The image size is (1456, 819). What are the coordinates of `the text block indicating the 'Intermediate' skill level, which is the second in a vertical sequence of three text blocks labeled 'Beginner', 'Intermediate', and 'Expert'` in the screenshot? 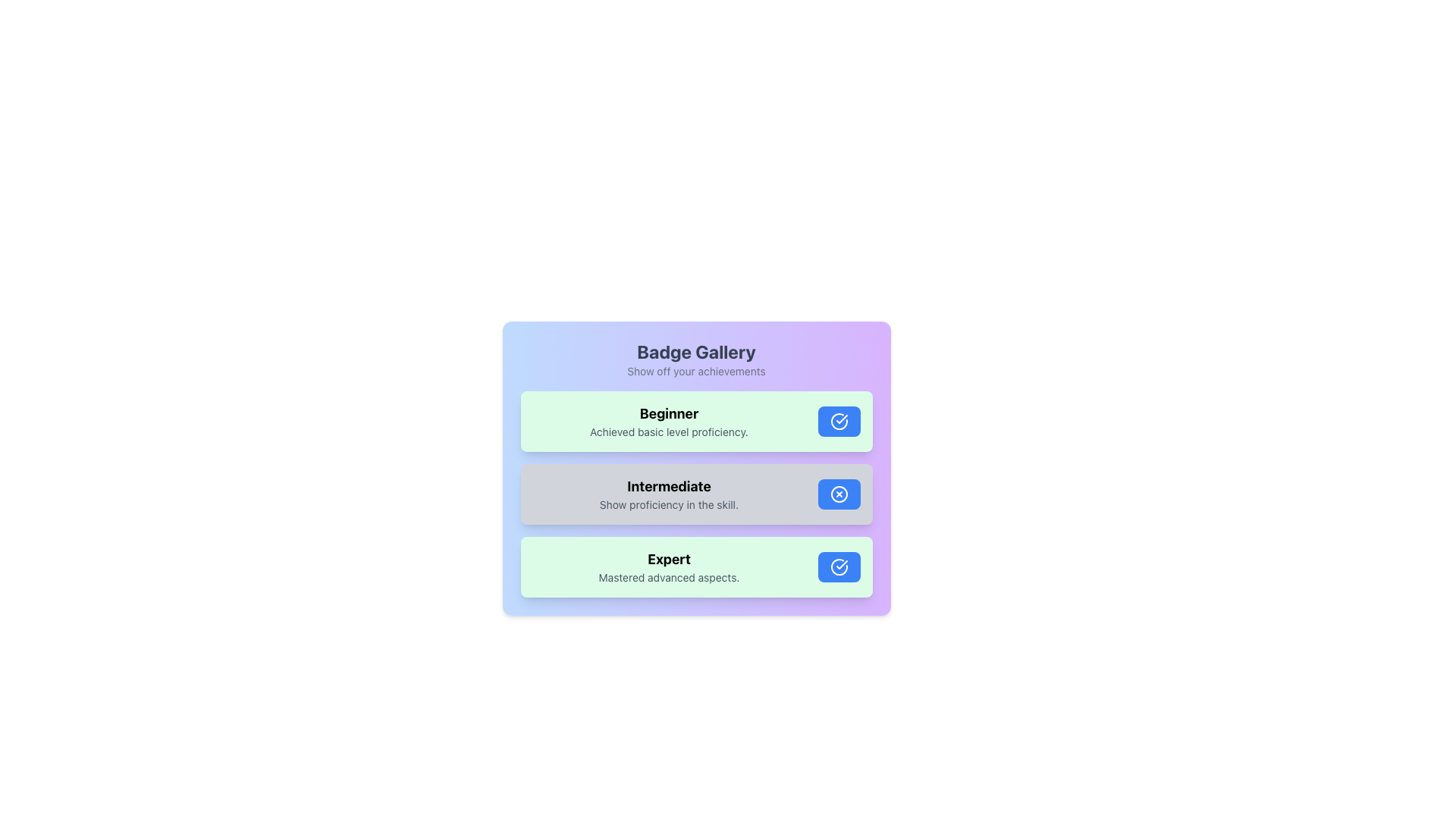 It's located at (668, 494).